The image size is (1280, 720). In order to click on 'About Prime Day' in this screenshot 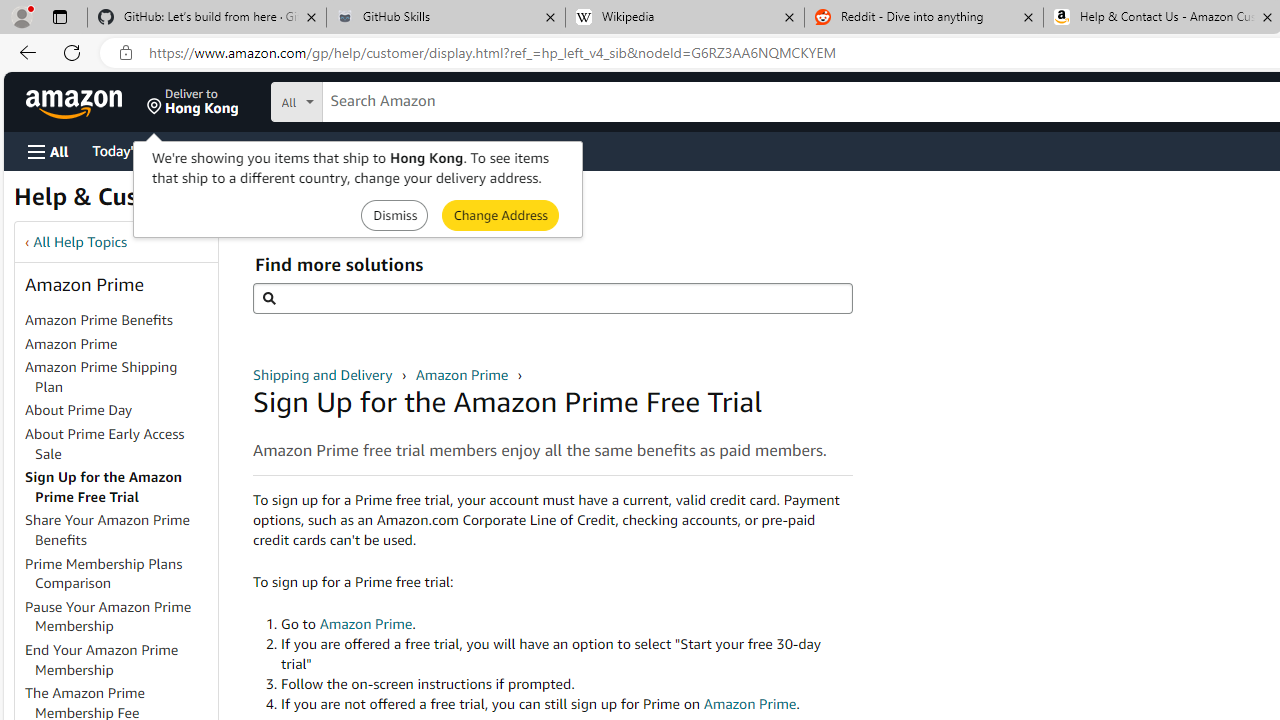, I will do `click(119, 410)`.